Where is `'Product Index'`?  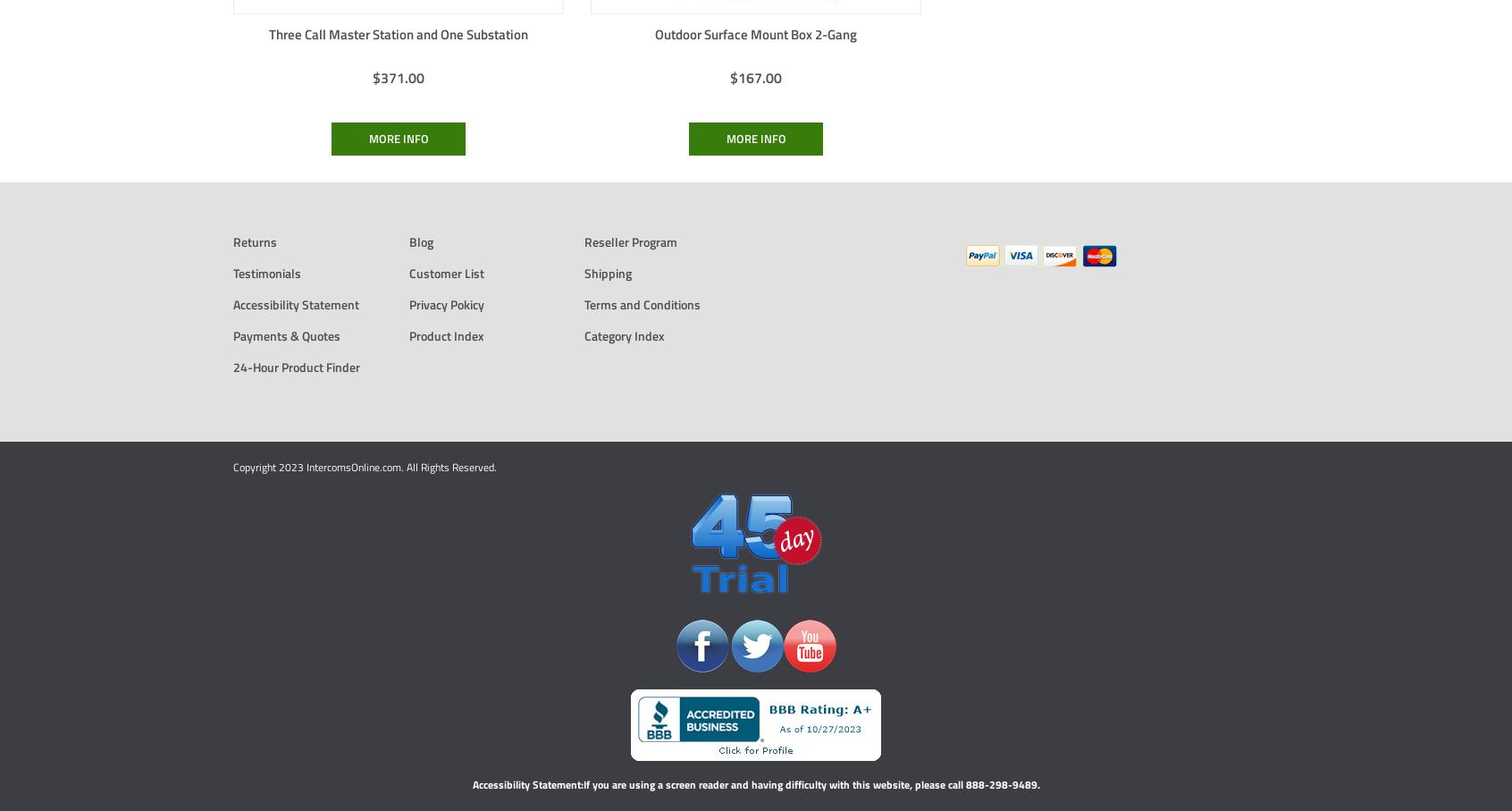 'Product Index' is located at coordinates (445, 334).